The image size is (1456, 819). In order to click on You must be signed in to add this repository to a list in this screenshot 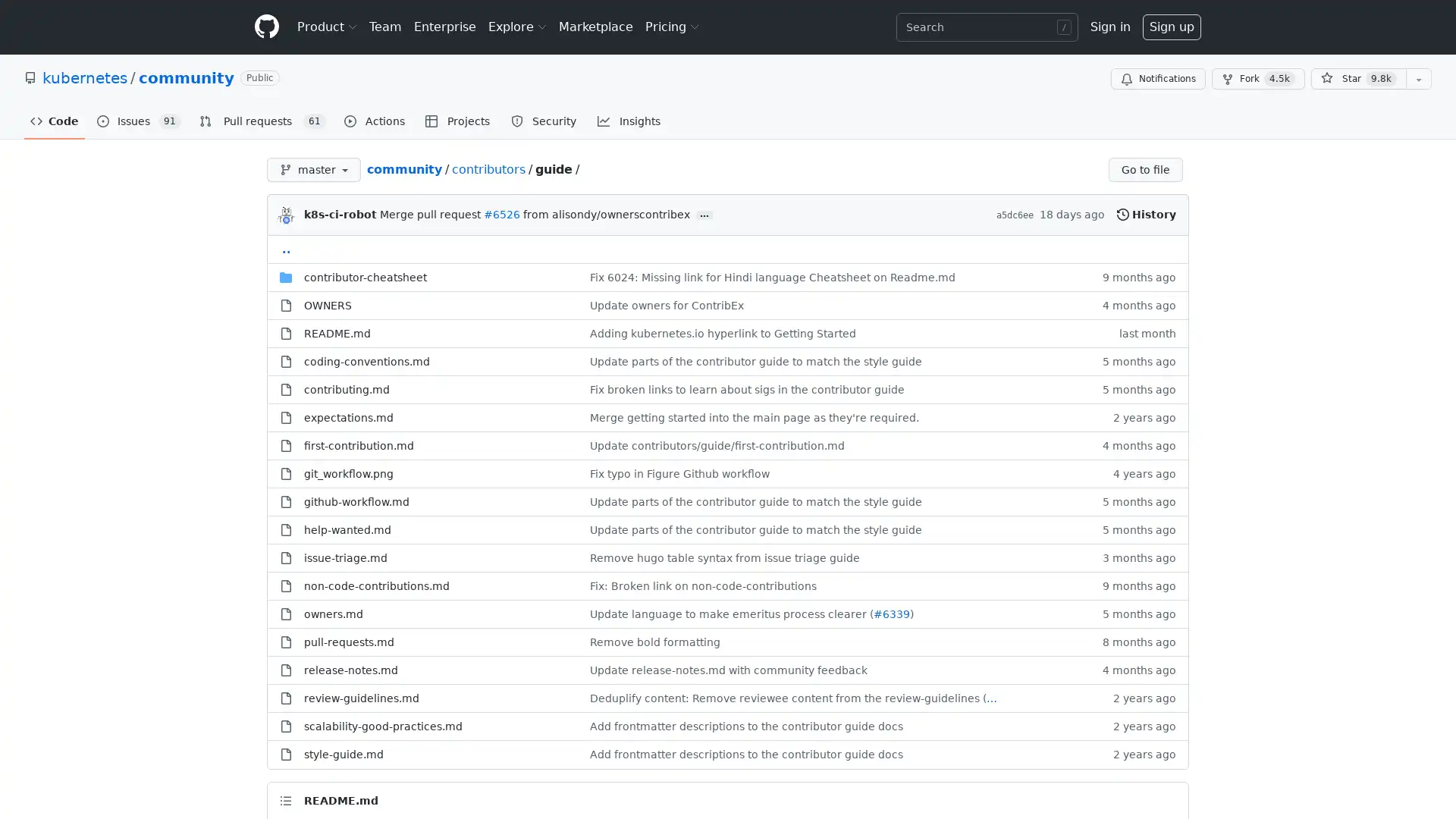, I will do `click(1418, 79)`.